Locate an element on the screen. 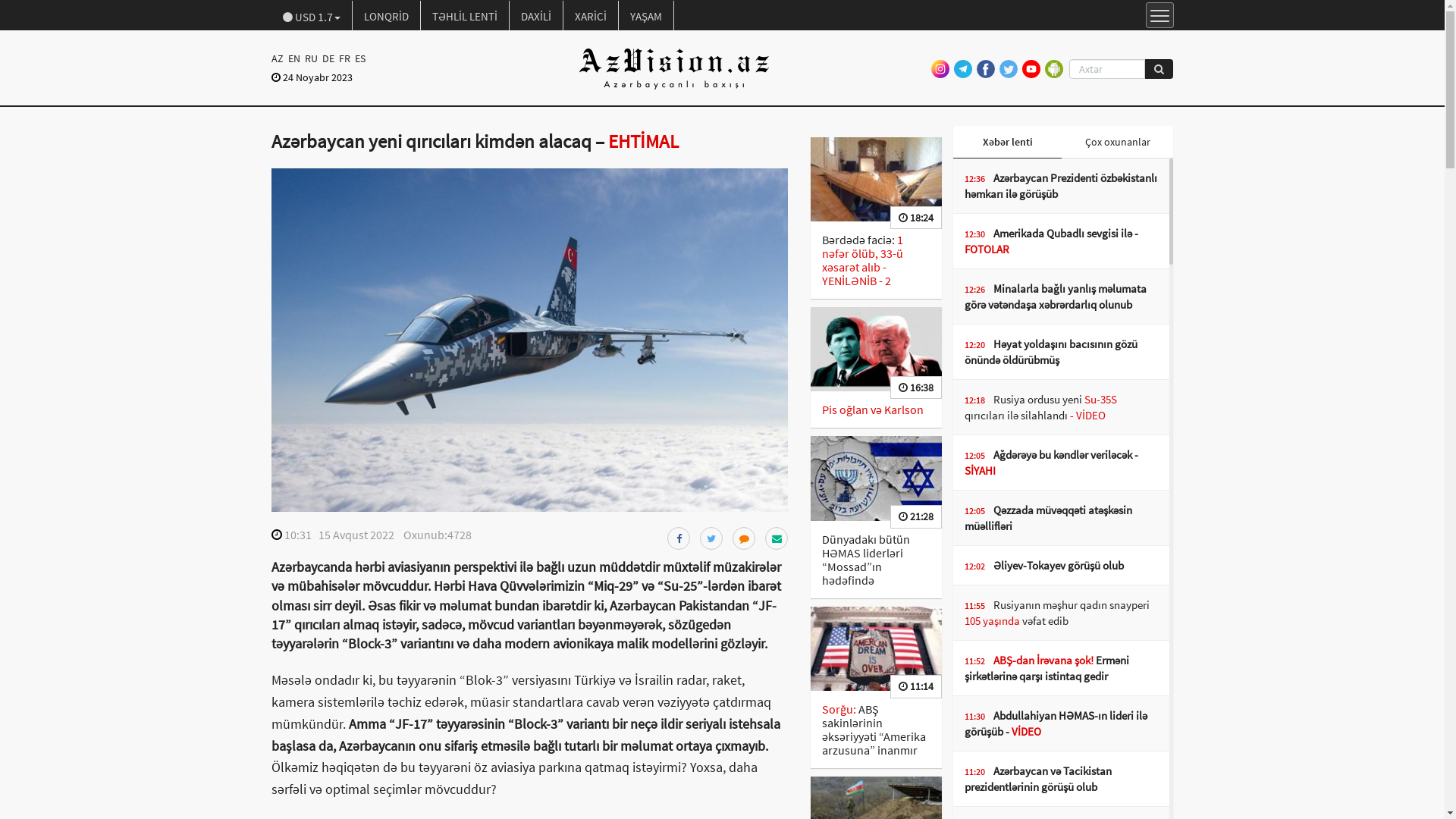  'RU' is located at coordinates (309, 58).